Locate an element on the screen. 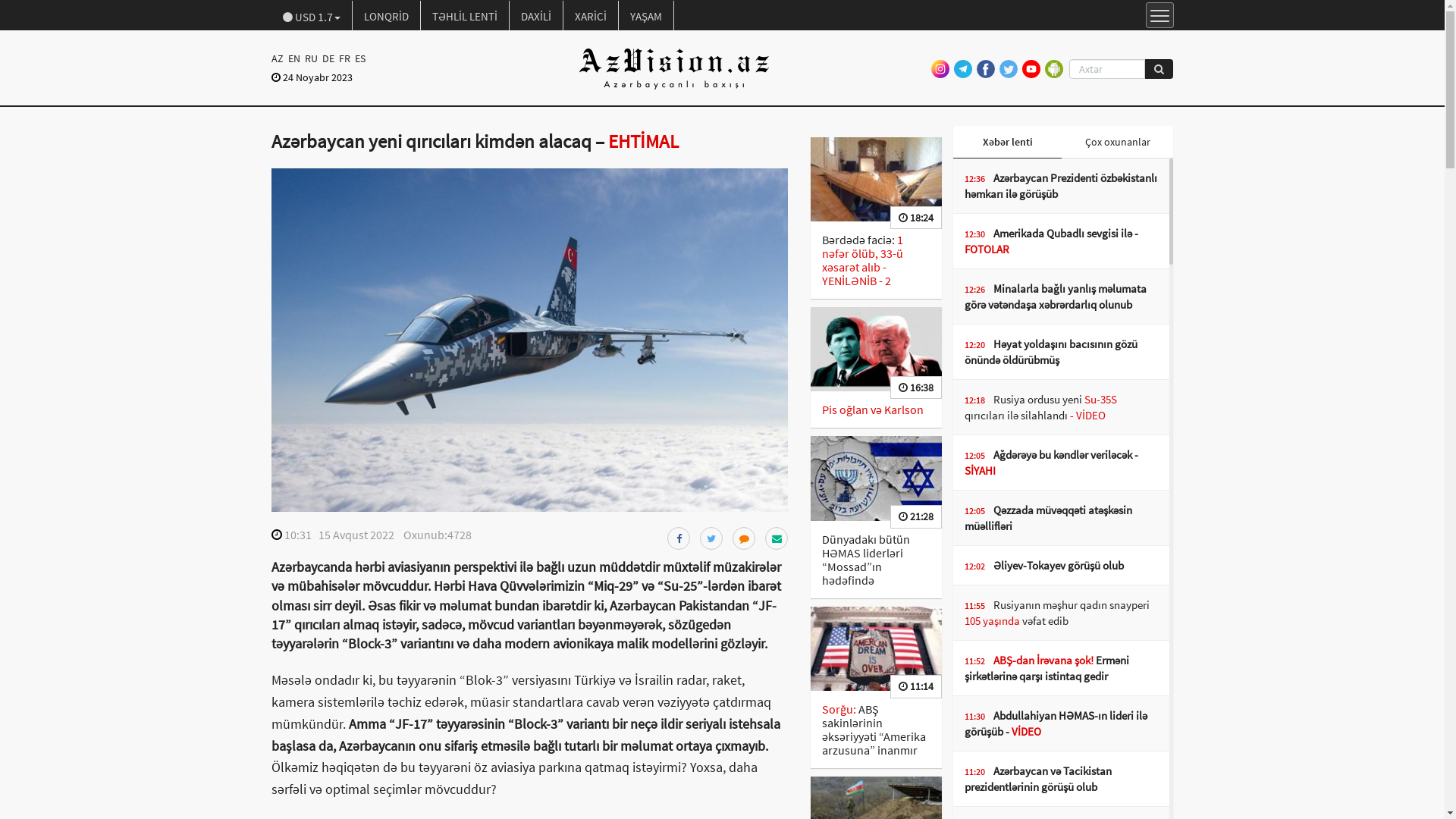  'RU' is located at coordinates (309, 58).